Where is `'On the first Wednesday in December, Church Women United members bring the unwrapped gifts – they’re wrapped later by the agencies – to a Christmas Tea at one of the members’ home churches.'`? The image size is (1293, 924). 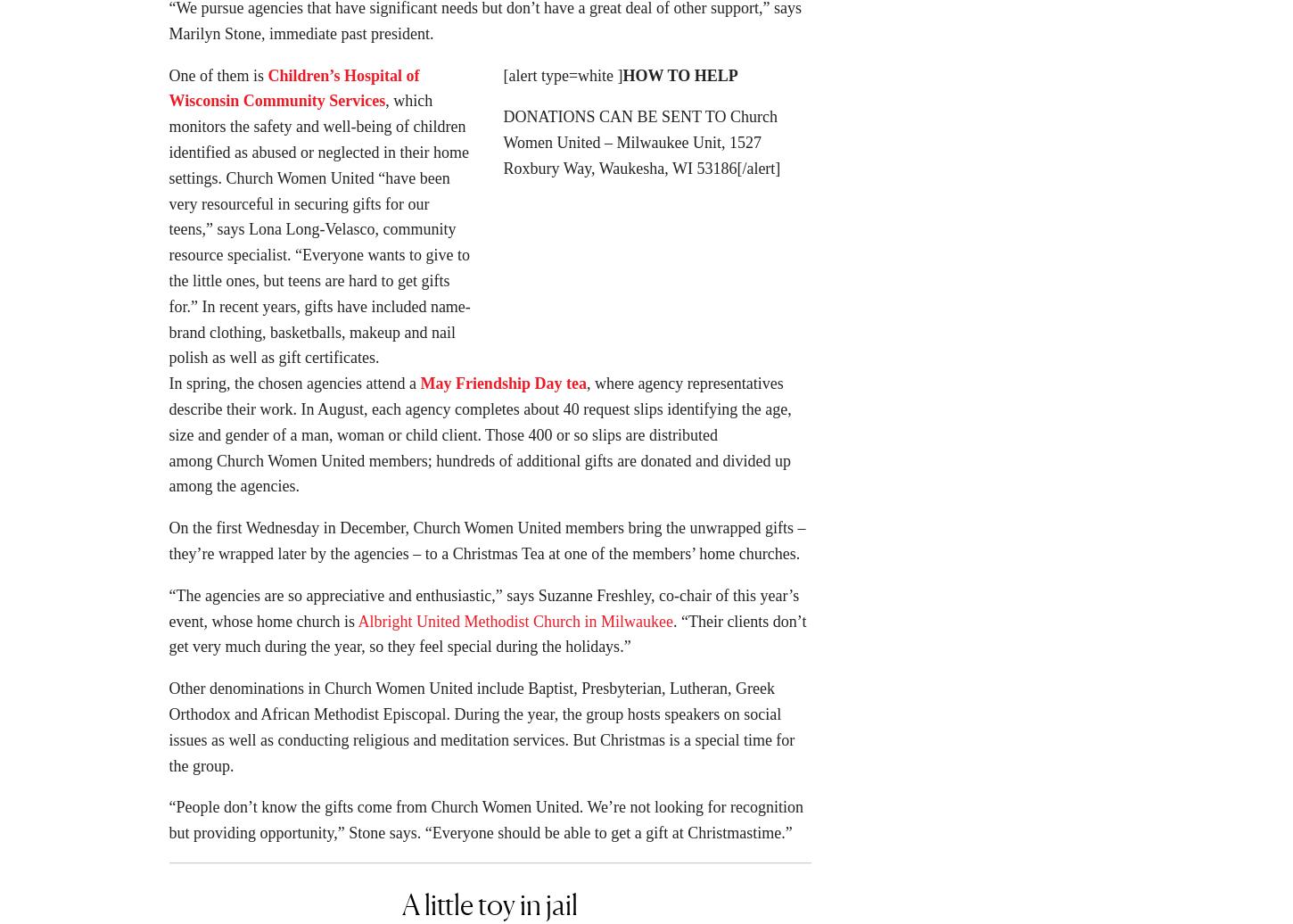
'On the first Wednesday in December, Church Women United members bring the unwrapped gifts – they’re wrapped later by the agencies – to a Christmas Tea at one of the members’ home churches.' is located at coordinates (167, 546).